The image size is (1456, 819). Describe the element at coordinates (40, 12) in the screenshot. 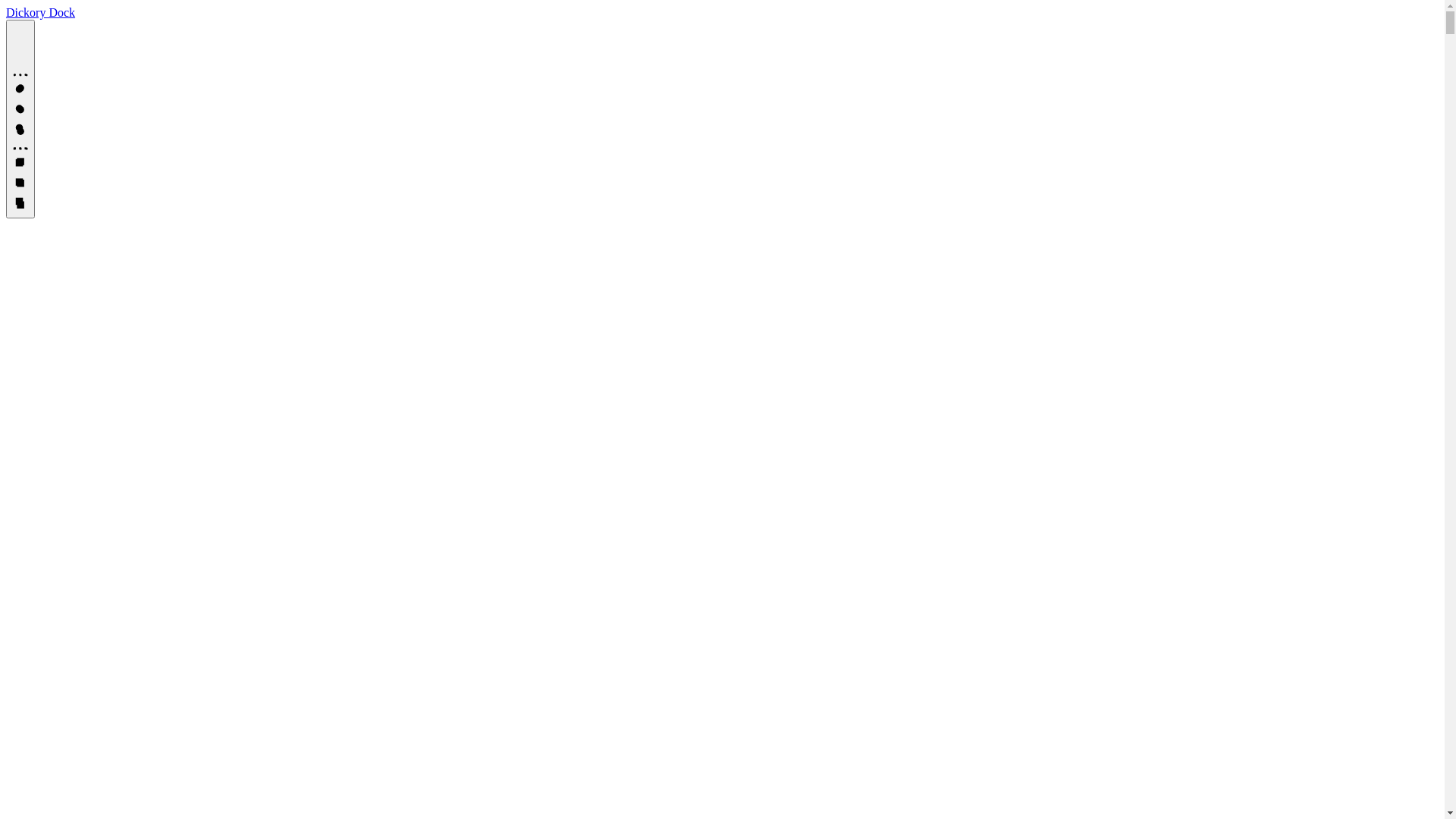

I see `'Dickory Dock'` at that location.